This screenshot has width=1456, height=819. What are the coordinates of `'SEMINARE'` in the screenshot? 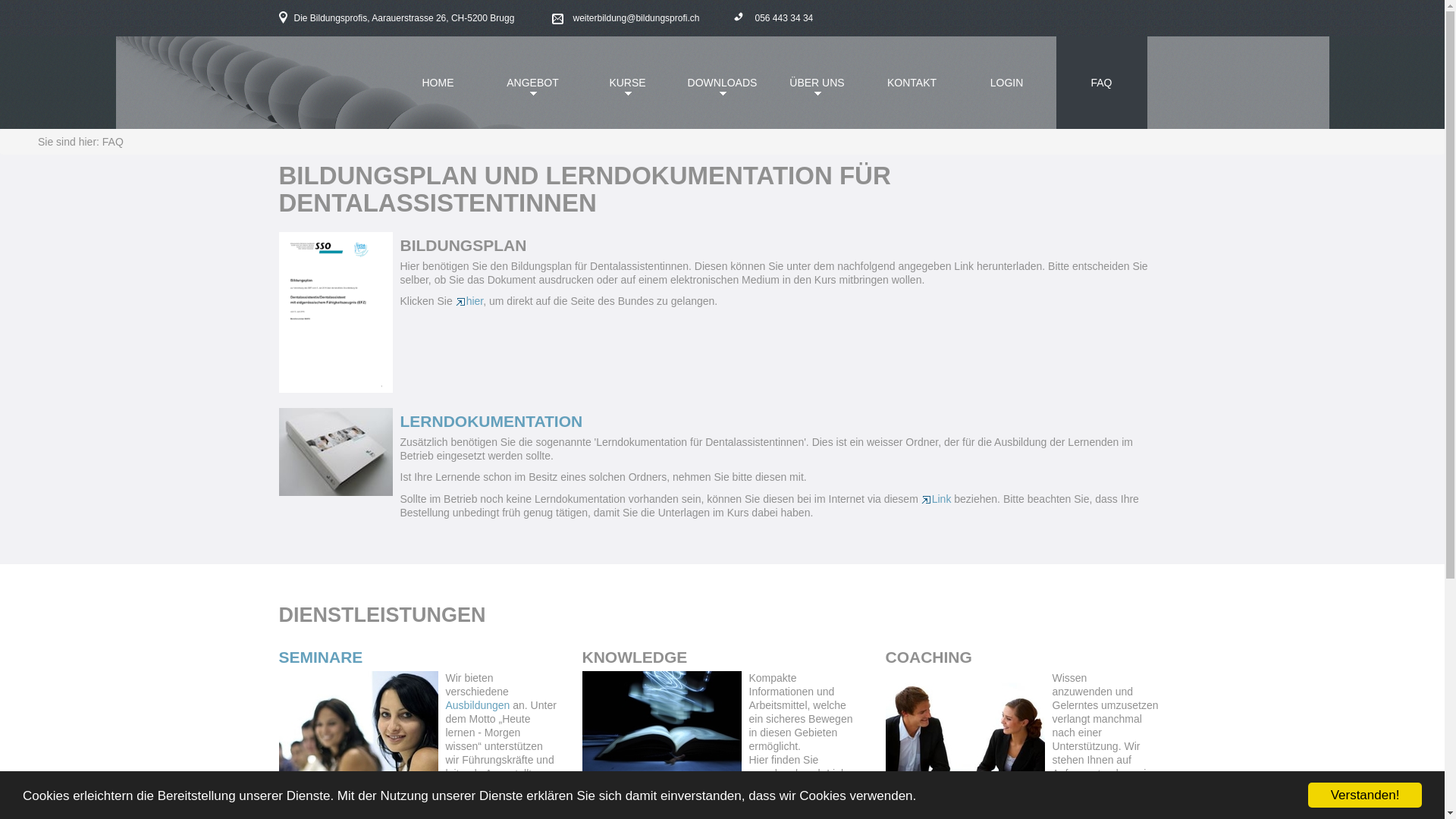 It's located at (279, 656).